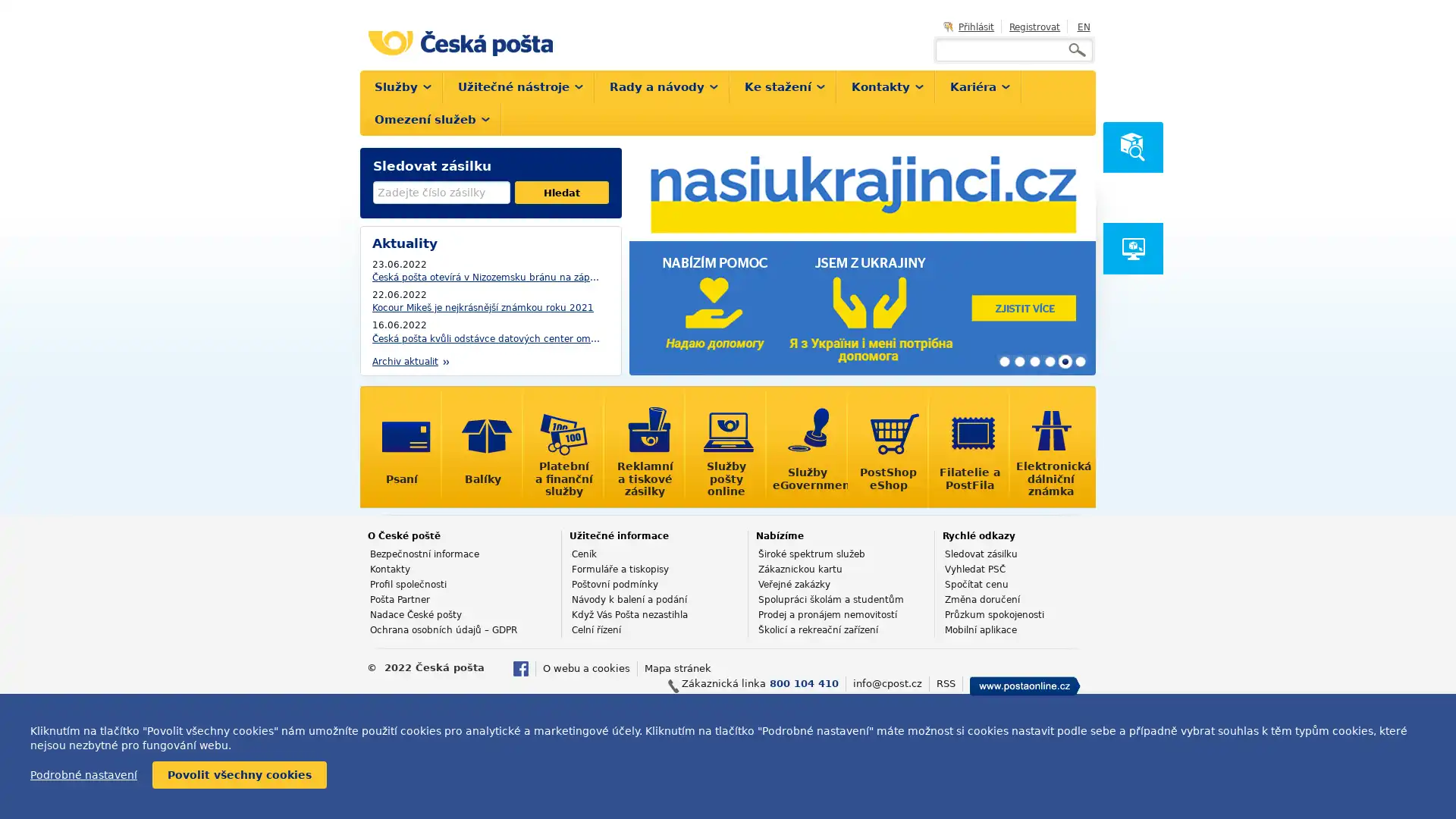 The height and width of the screenshot is (819, 1456). I want to click on Povolit vsechny cookies, so click(239, 775).